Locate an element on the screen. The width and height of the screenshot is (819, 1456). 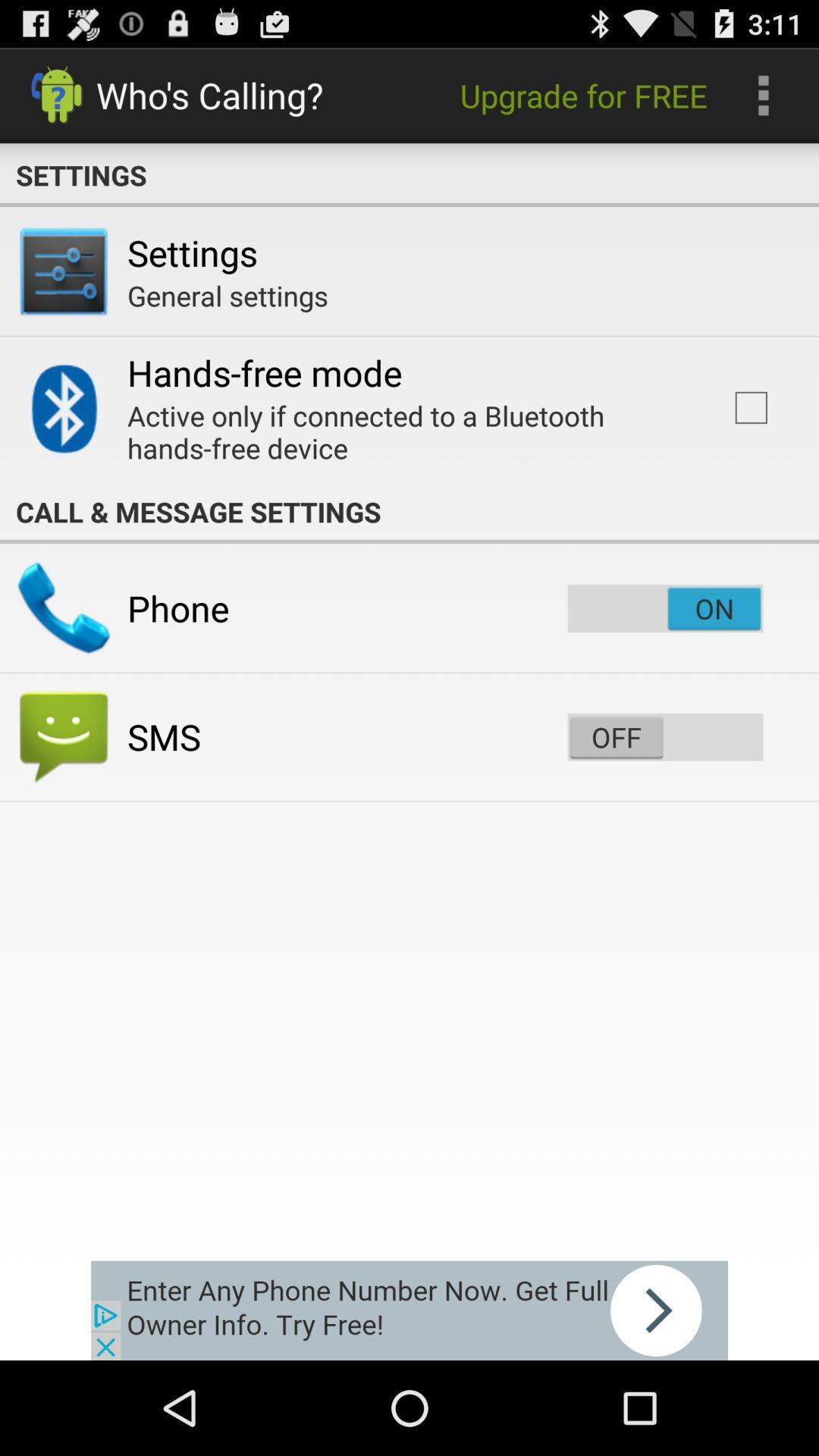
phone call setting on is located at coordinates (664, 608).